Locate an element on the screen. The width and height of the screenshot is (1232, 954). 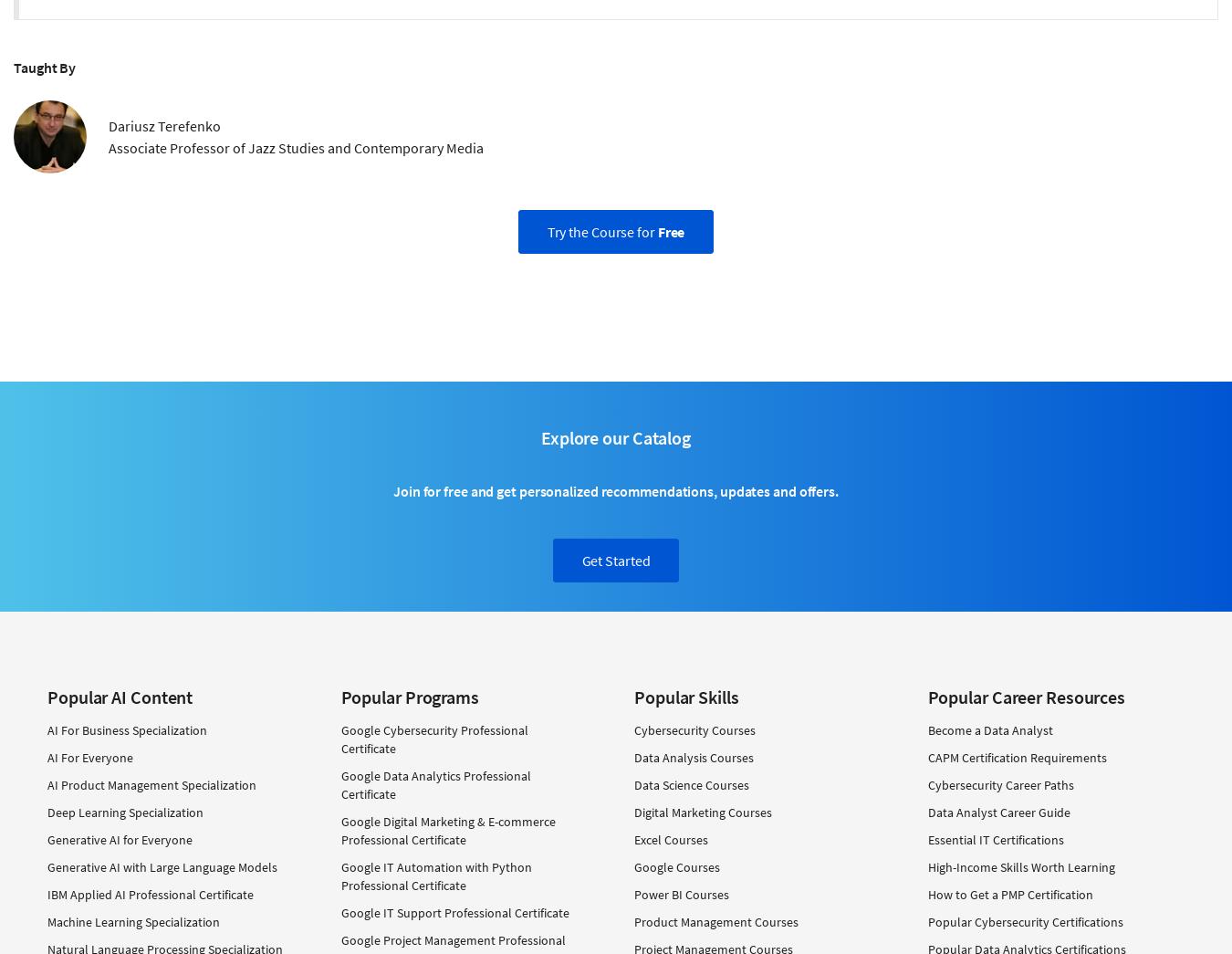
'Data Science Courses' is located at coordinates (691, 782).